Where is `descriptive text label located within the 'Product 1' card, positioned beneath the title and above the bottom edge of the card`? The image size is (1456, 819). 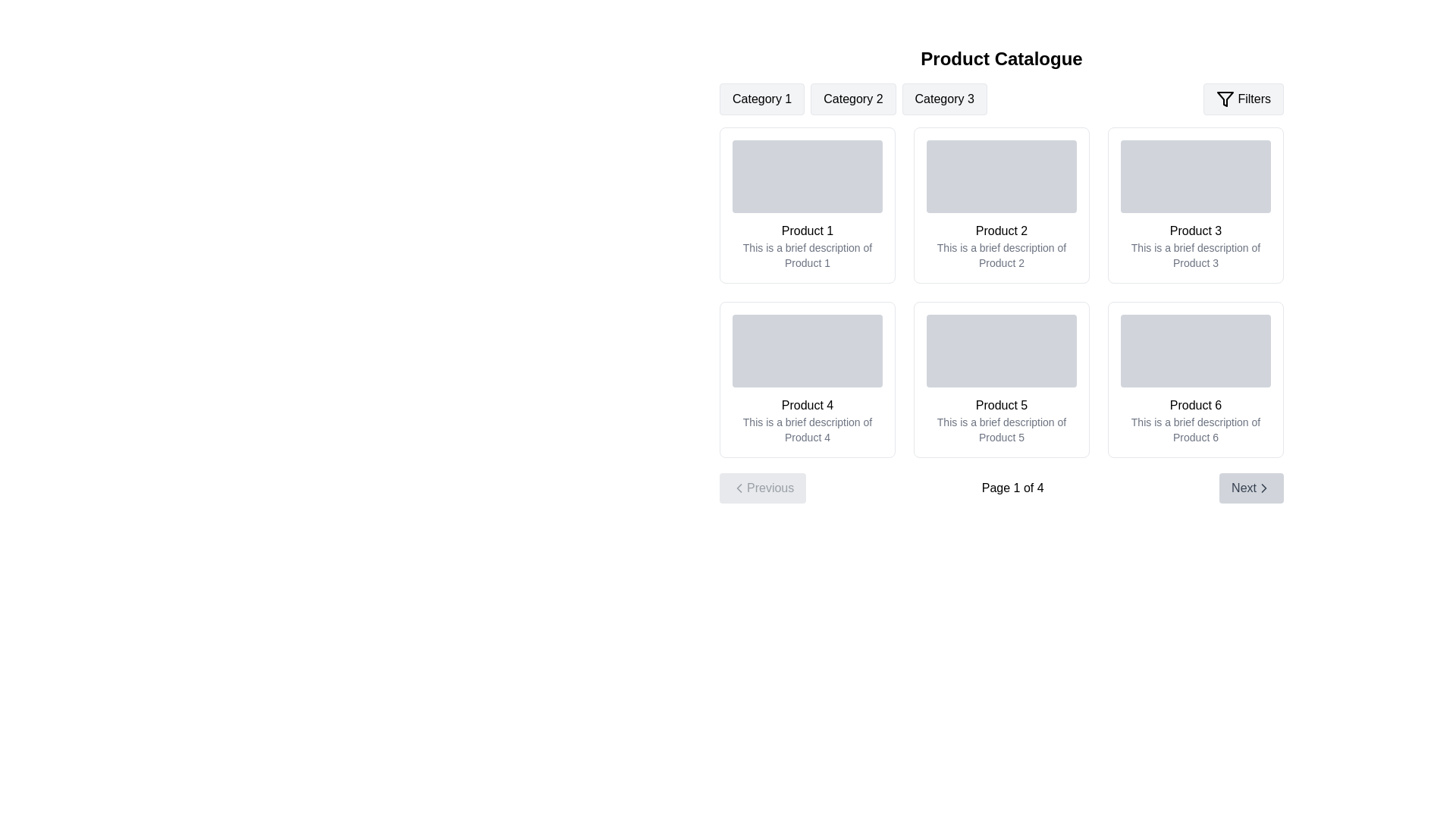
descriptive text label located within the 'Product 1' card, positioned beneath the title and above the bottom edge of the card is located at coordinates (807, 254).